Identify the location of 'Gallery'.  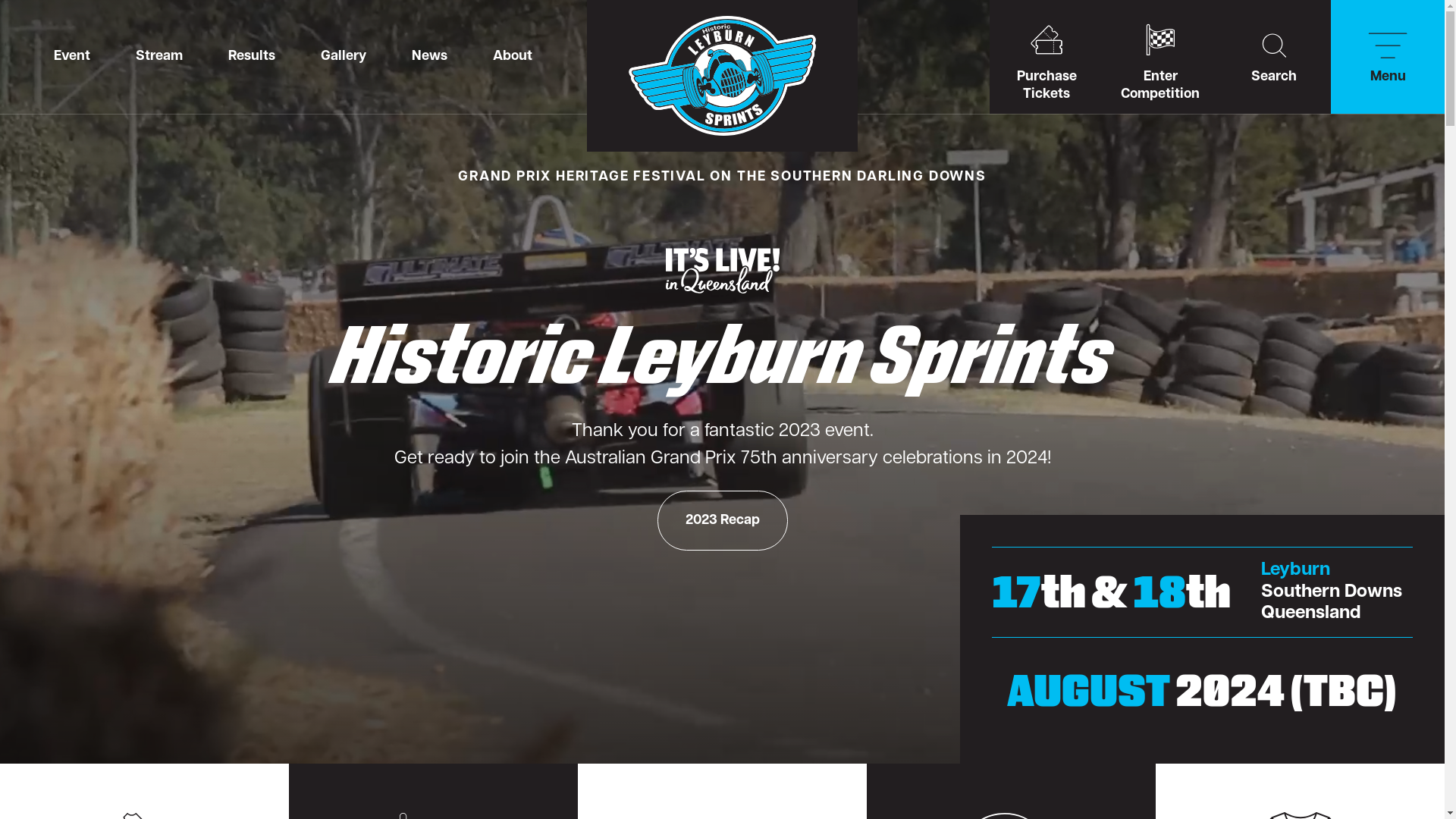
(342, 55).